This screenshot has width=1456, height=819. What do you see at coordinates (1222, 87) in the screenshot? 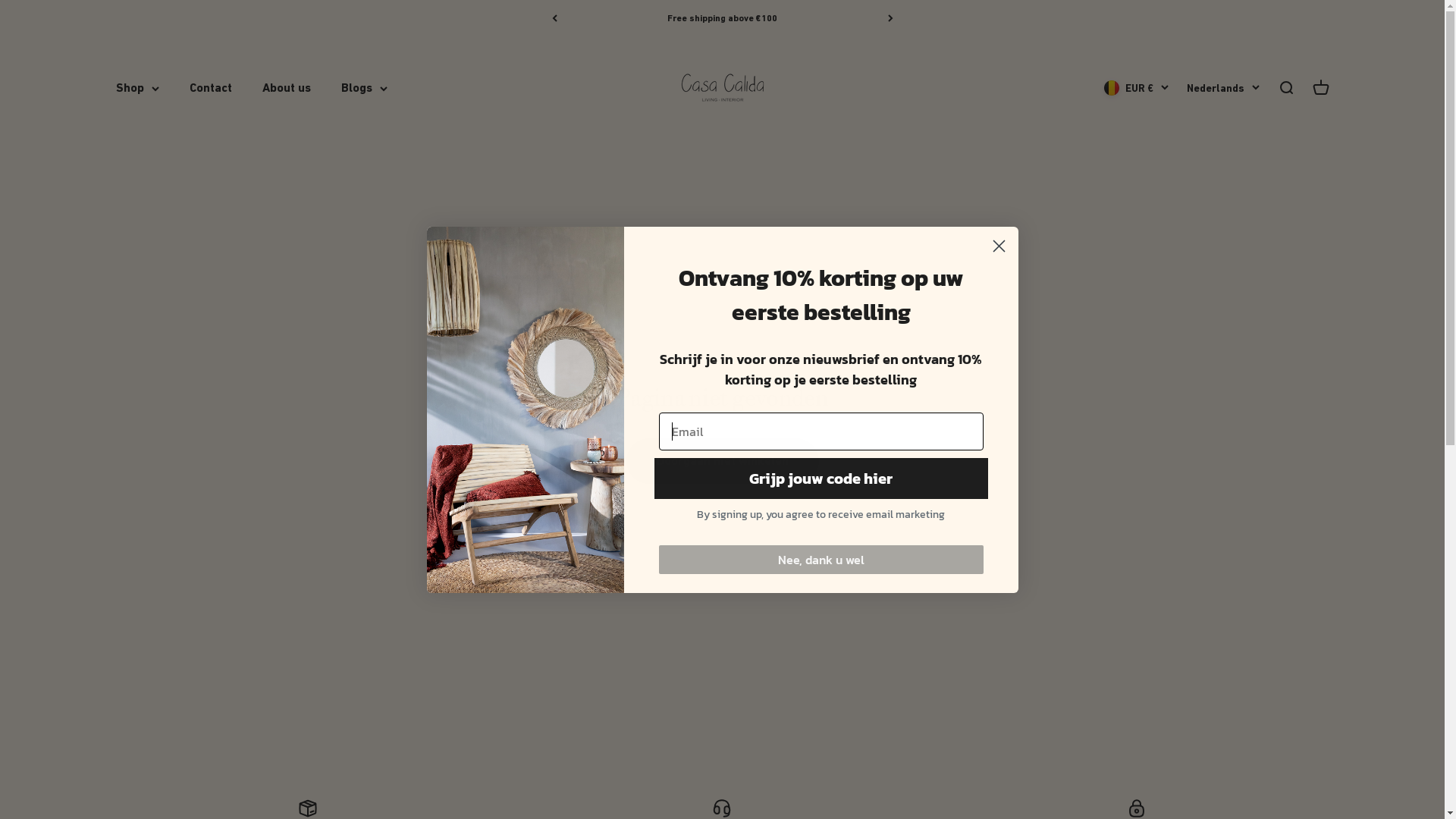
I see `'Nederlands'` at bounding box center [1222, 87].